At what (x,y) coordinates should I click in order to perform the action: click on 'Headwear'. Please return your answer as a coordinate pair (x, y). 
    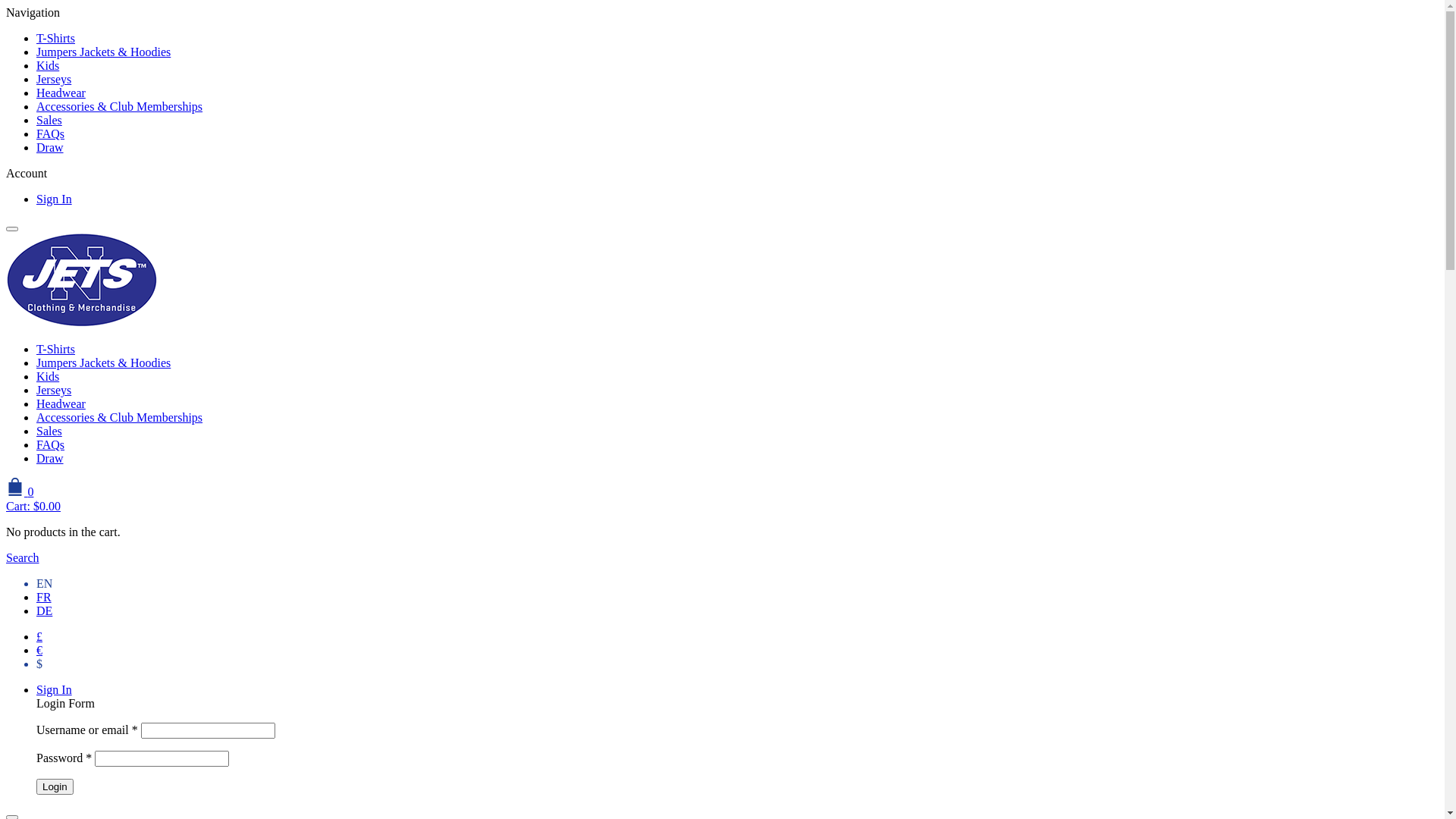
    Looking at the image, I should click on (61, 403).